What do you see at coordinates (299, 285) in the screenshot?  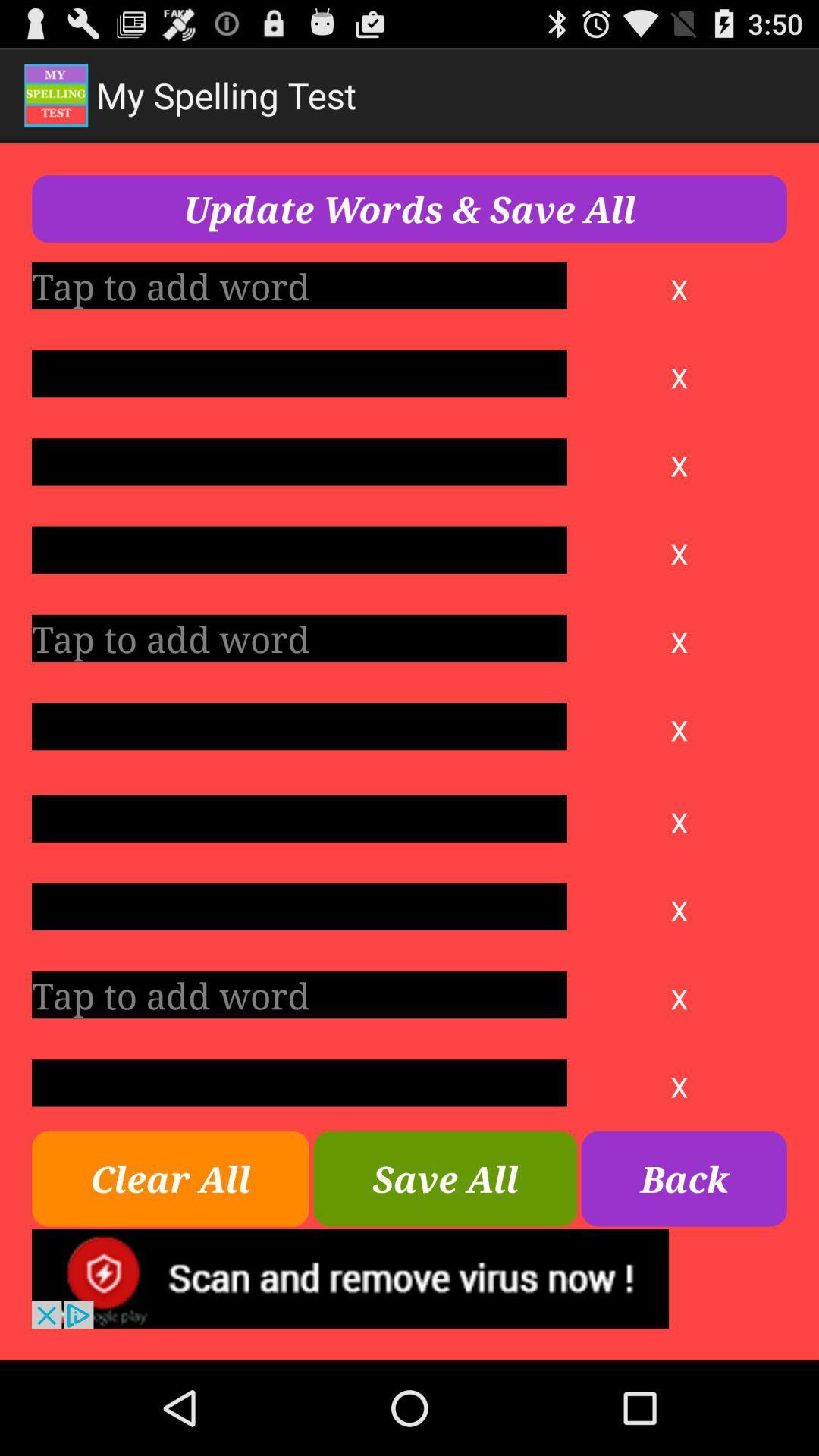 I see `tap to add word column` at bounding box center [299, 285].